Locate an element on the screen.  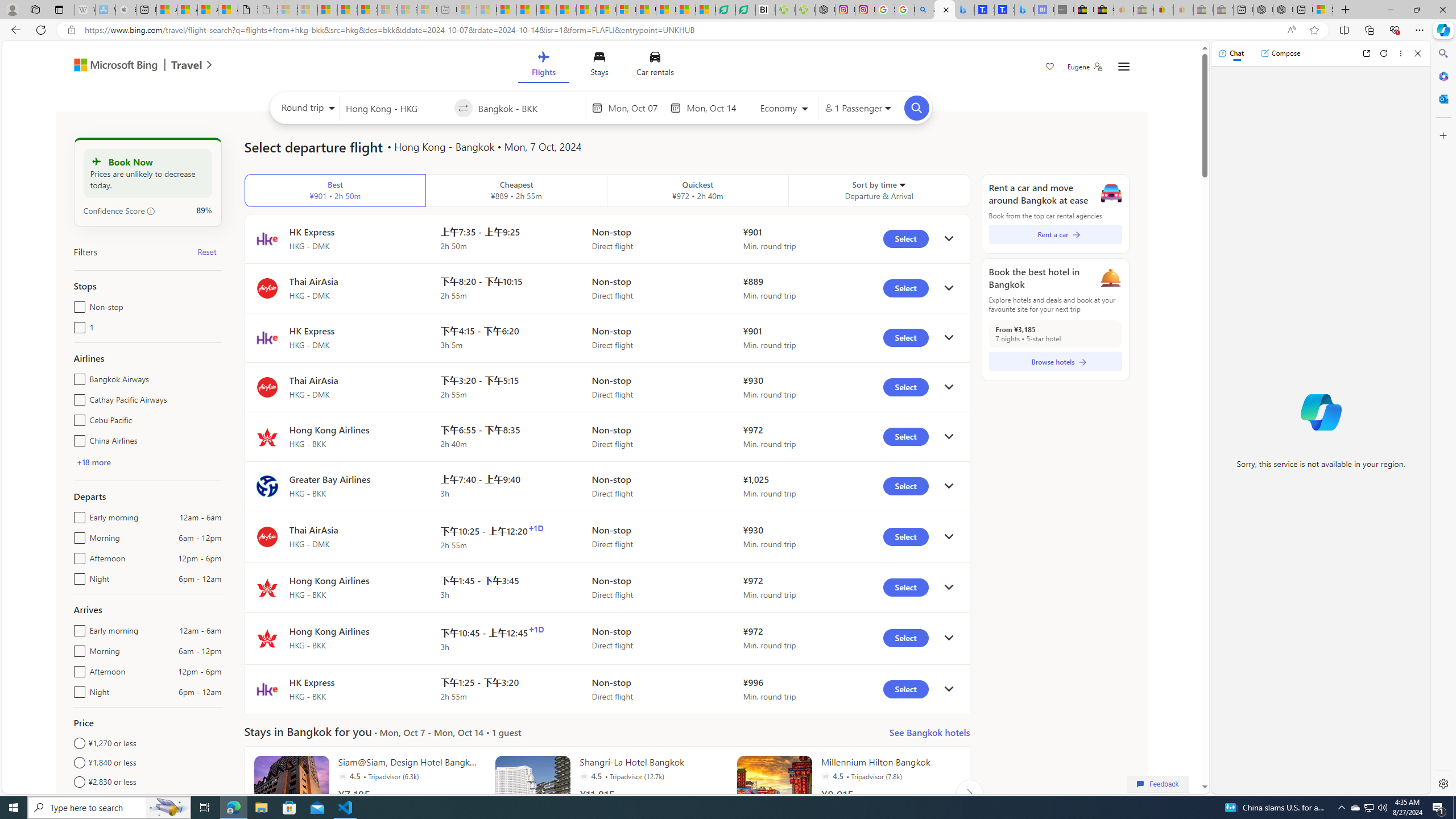
'+18 more' is located at coordinates (93, 461).